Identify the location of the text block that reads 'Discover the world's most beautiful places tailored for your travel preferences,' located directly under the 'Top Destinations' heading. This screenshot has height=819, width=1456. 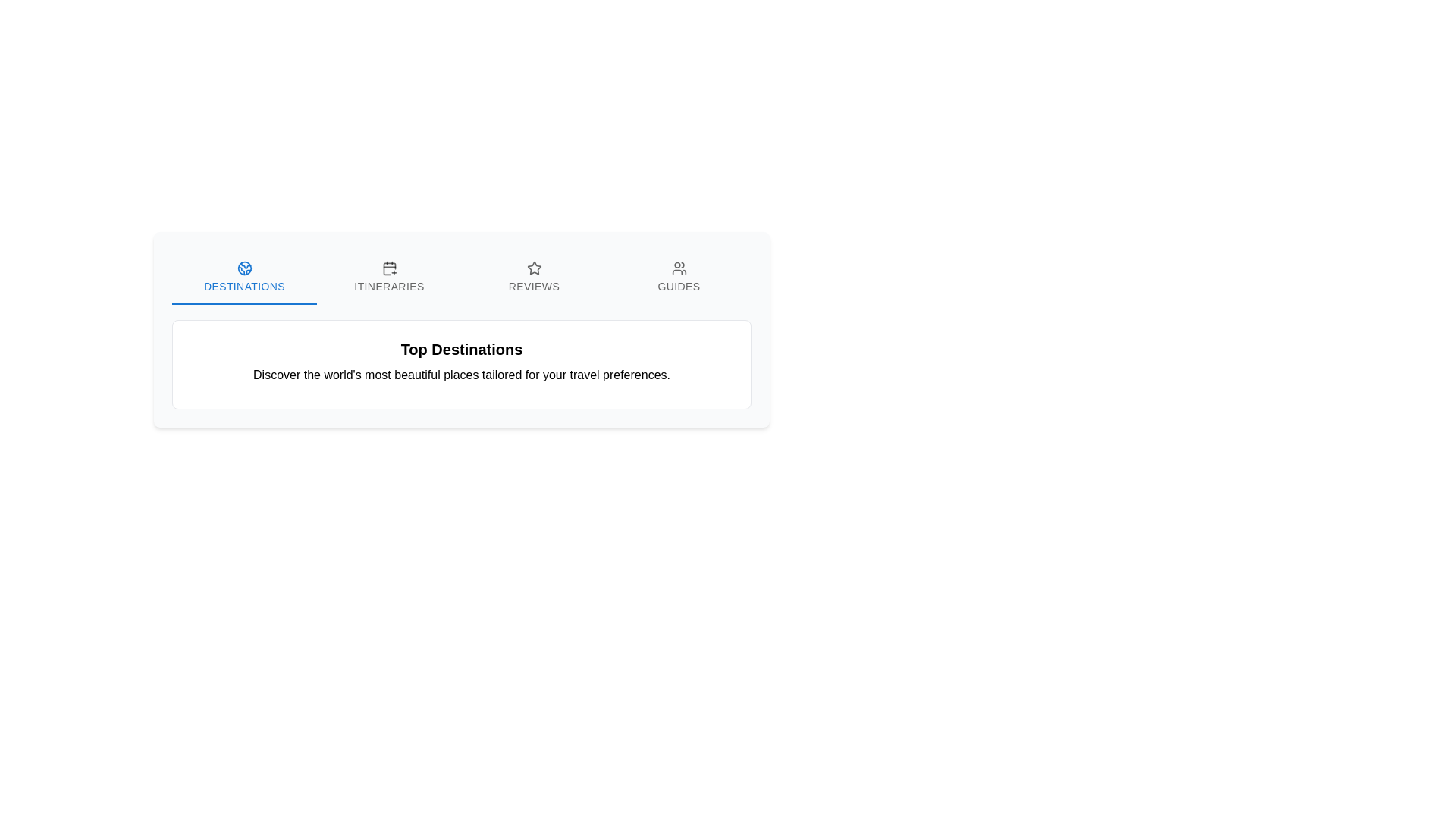
(461, 375).